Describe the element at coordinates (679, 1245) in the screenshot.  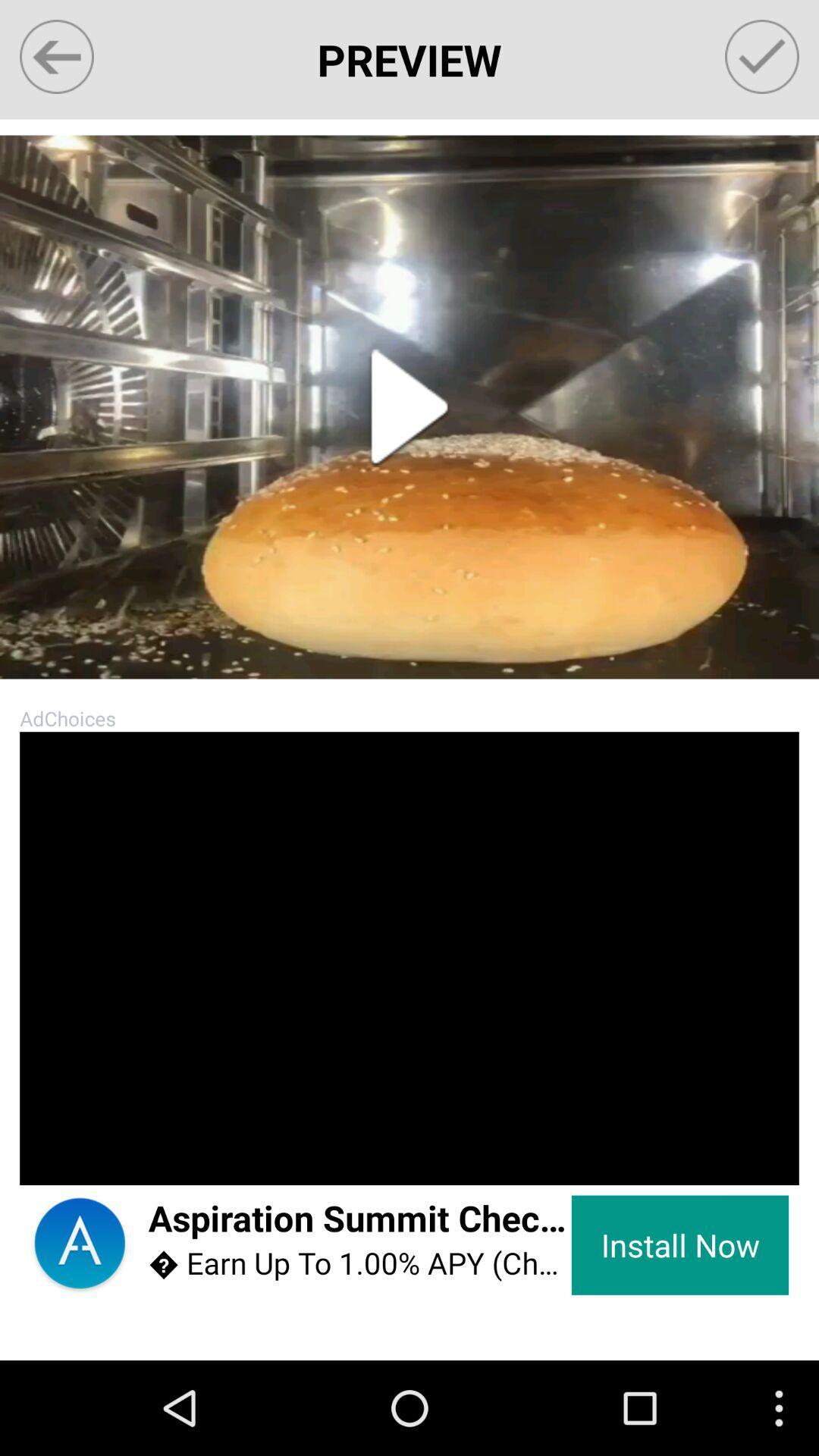
I see `icon to the right of aspiration summit checking app` at that location.